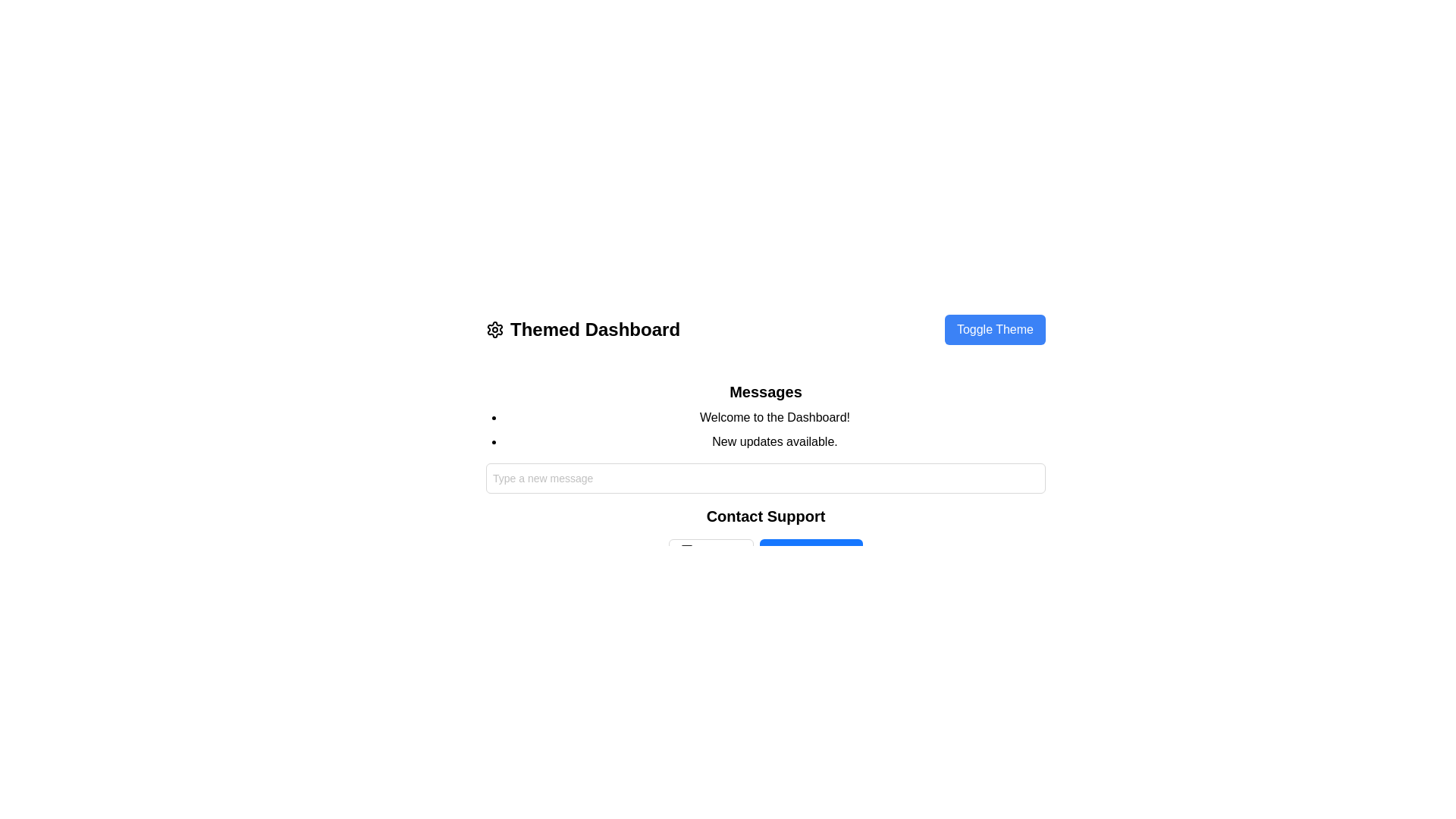 Image resolution: width=1456 pixels, height=819 pixels. What do you see at coordinates (811, 551) in the screenshot?
I see `the button labeled 'Visit Help Center'` at bounding box center [811, 551].